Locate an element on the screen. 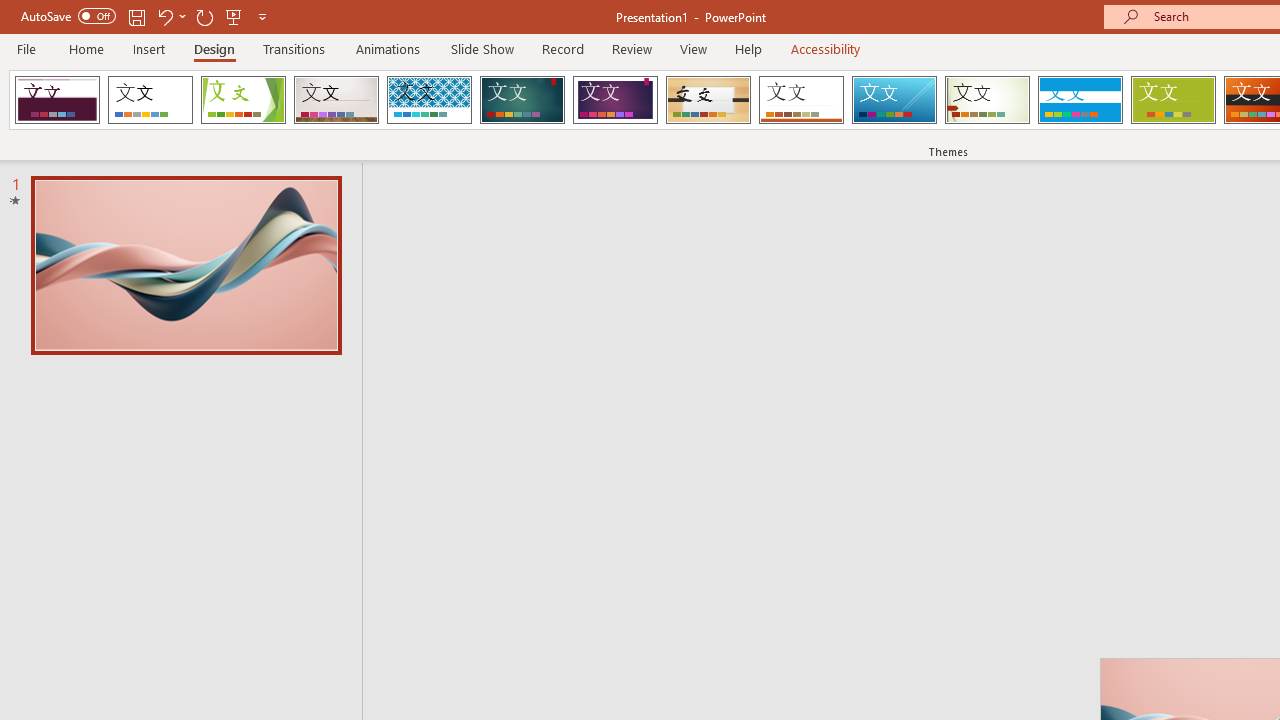 The height and width of the screenshot is (720, 1280). 'Basis' is located at coordinates (1173, 100).